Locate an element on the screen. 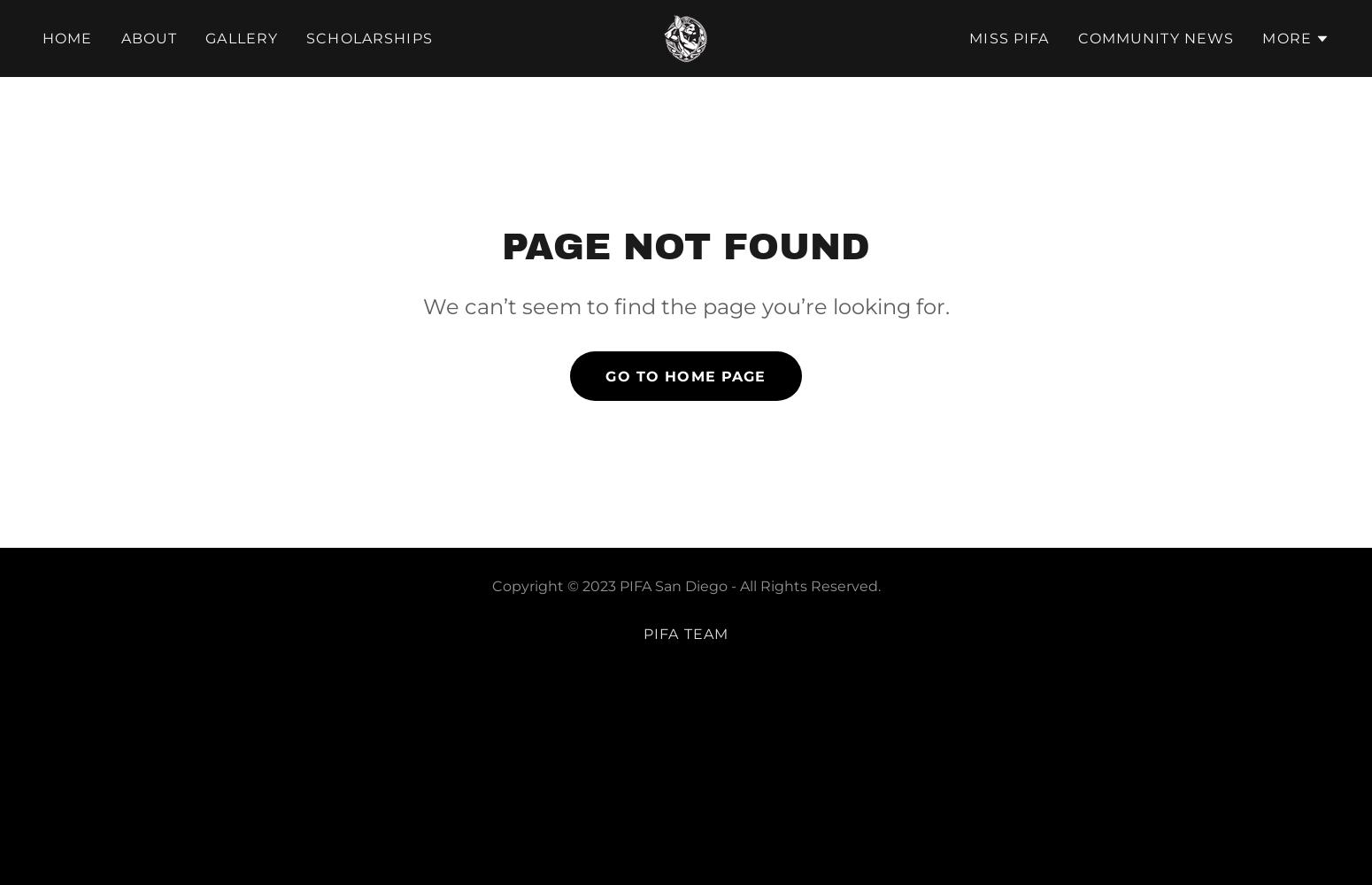 This screenshot has width=1372, height=885. 'About' is located at coordinates (148, 37).